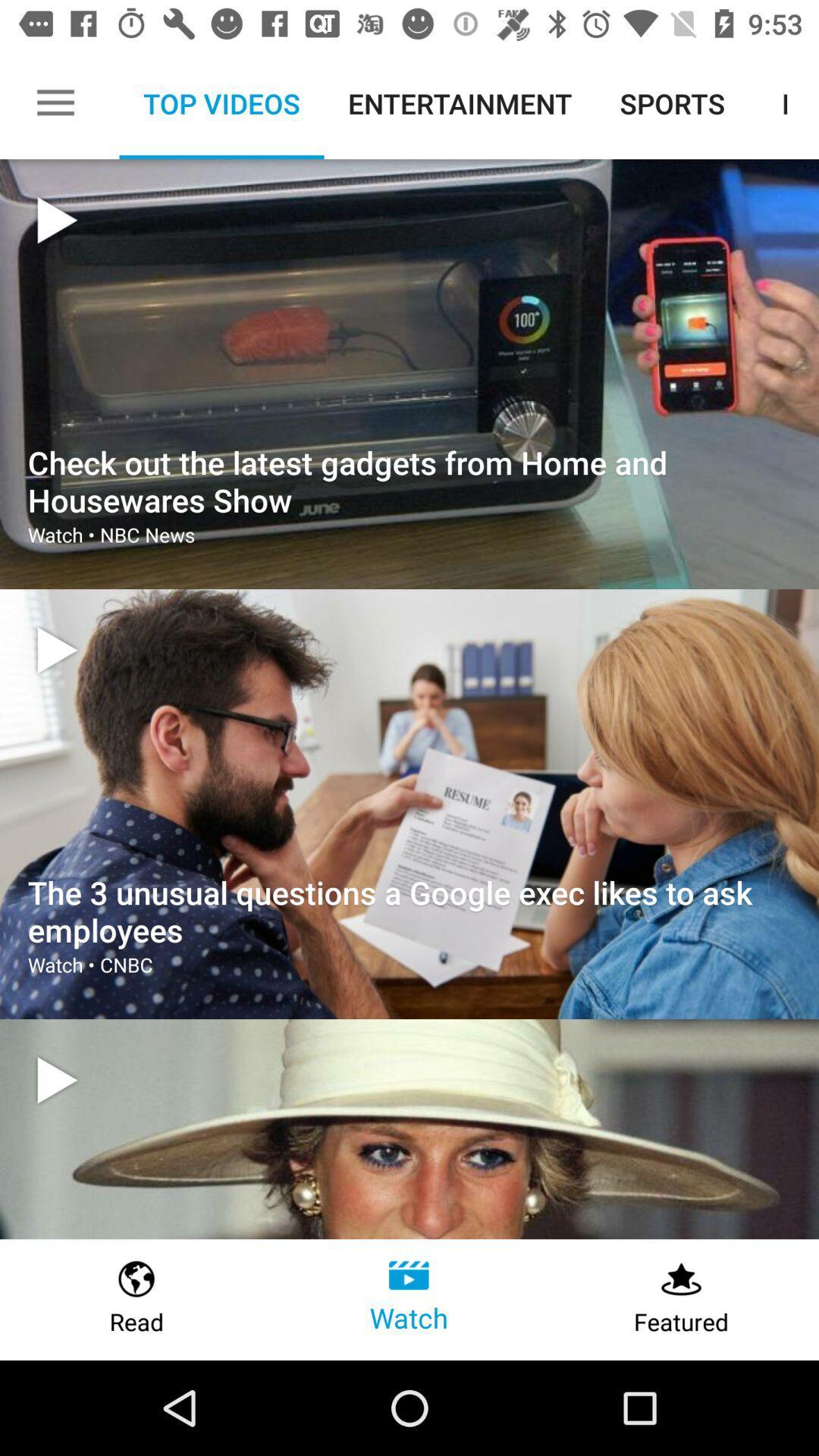 This screenshot has width=819, height=1456. Describe the element at coordinates (56, 650) in the screenshot. I see `video` at that location.